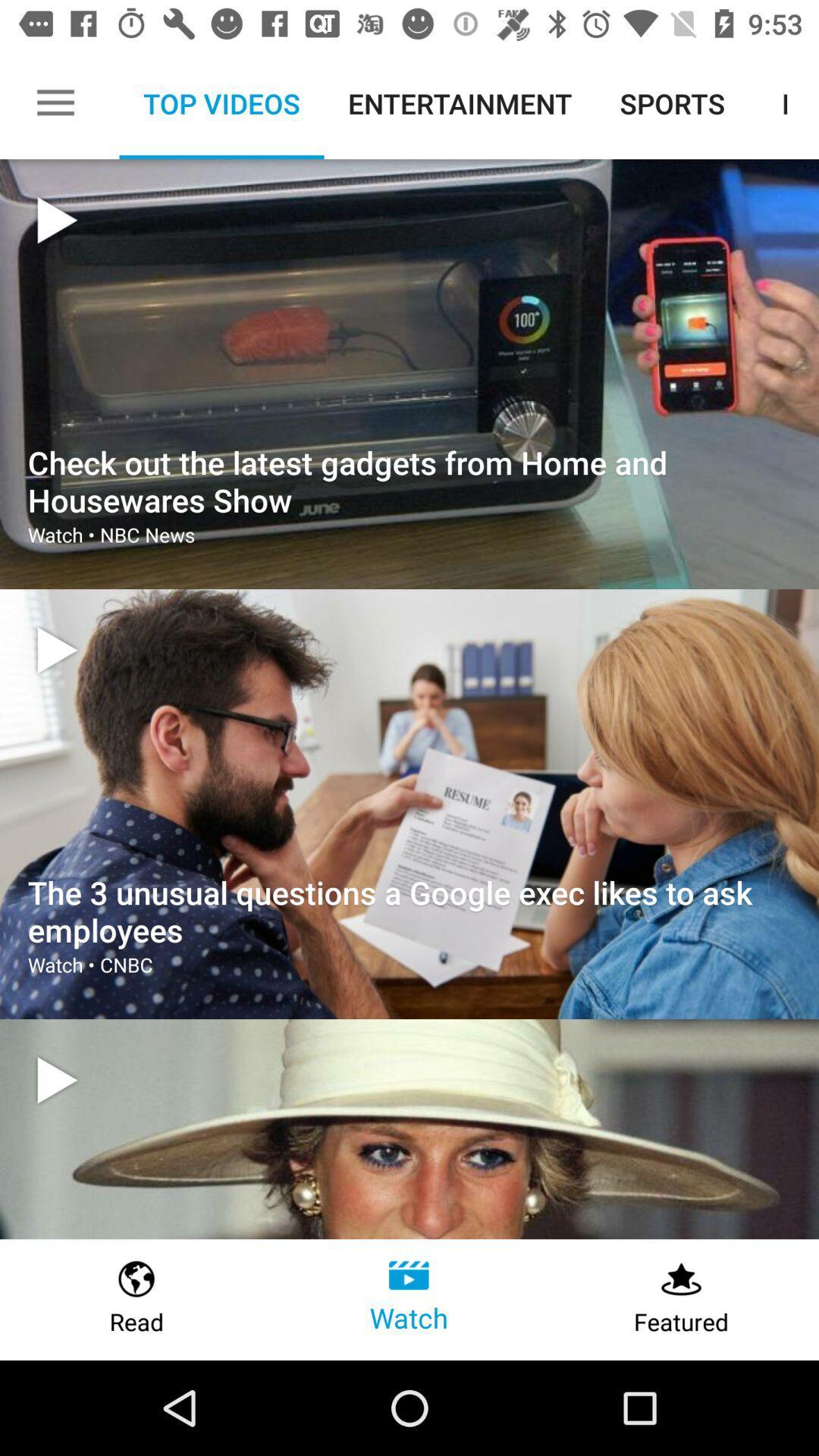 This screenshot has width=819, height=1456. Describe the element at coordinates (56, 650) in the screenshot. I see `video` at that location.